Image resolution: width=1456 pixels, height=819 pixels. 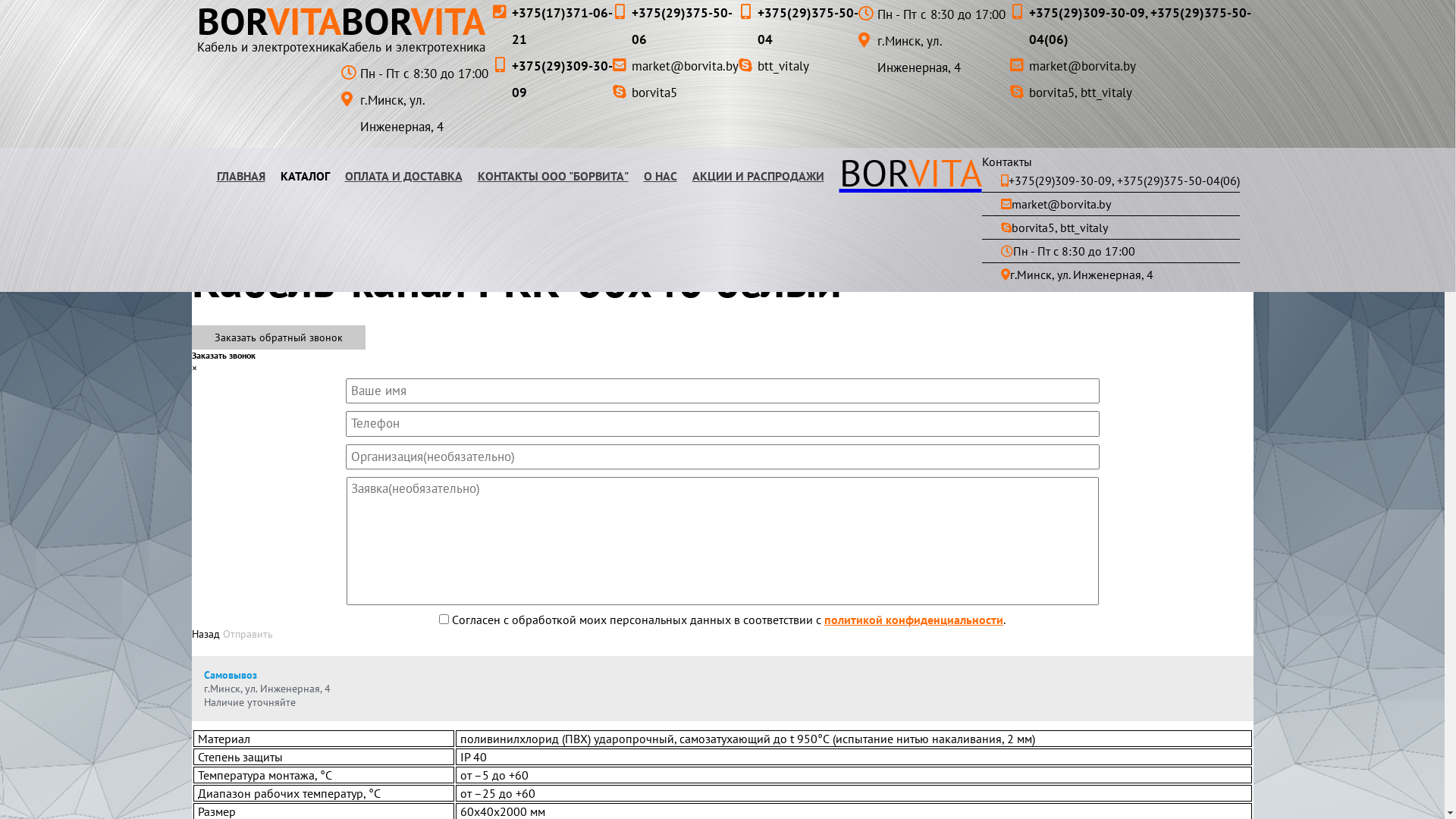 What do you see at coordinates (269, 20) in the screenshot?
I see `'BORVITA'` at bounding box center [269, 20].